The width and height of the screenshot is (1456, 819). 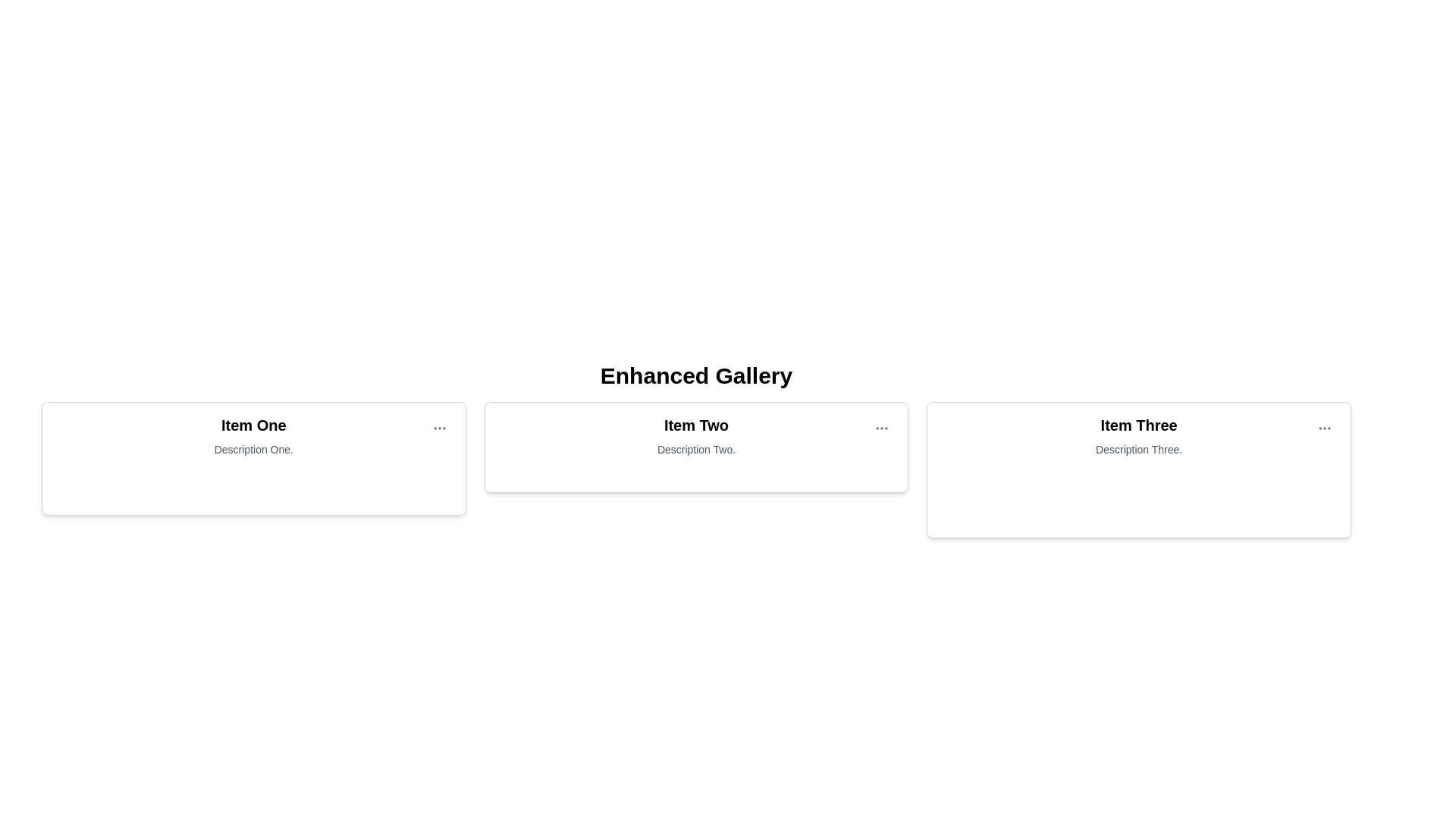 What do you see at coordinates (695, 435) in the screenshot?
I see `the card in the gallery layout that displays an item with a title and description, located directly below the 'Enhanced Gallery' text` at bounding box center [695, 435].